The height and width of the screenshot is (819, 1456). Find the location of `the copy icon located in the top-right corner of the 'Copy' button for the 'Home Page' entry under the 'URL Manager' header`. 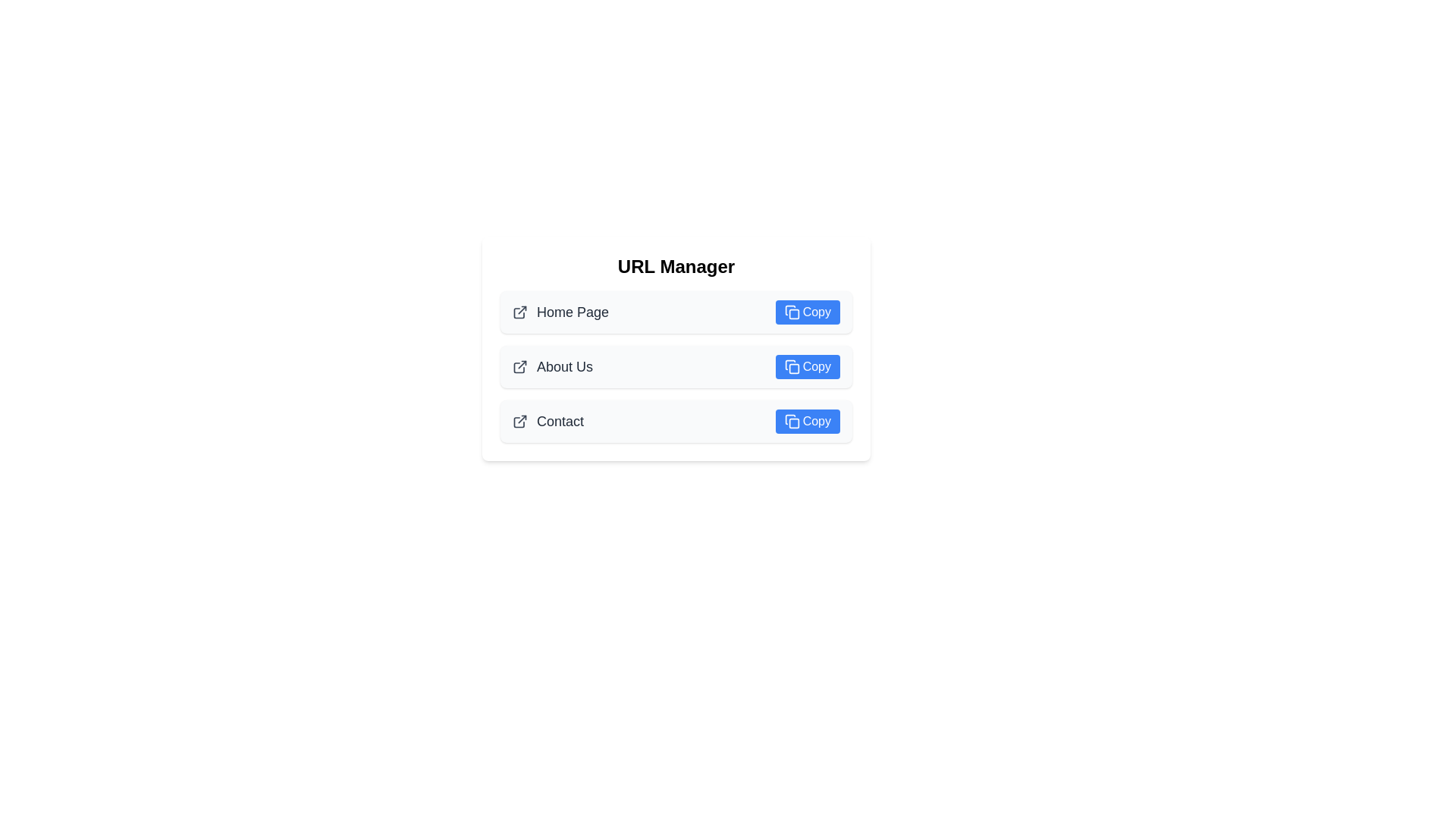

the copy icon located in the top-right corner of the 'Copy' button for the 'Home Page' entry under the 'URL Manager' header is located at coordinates (791, 312).